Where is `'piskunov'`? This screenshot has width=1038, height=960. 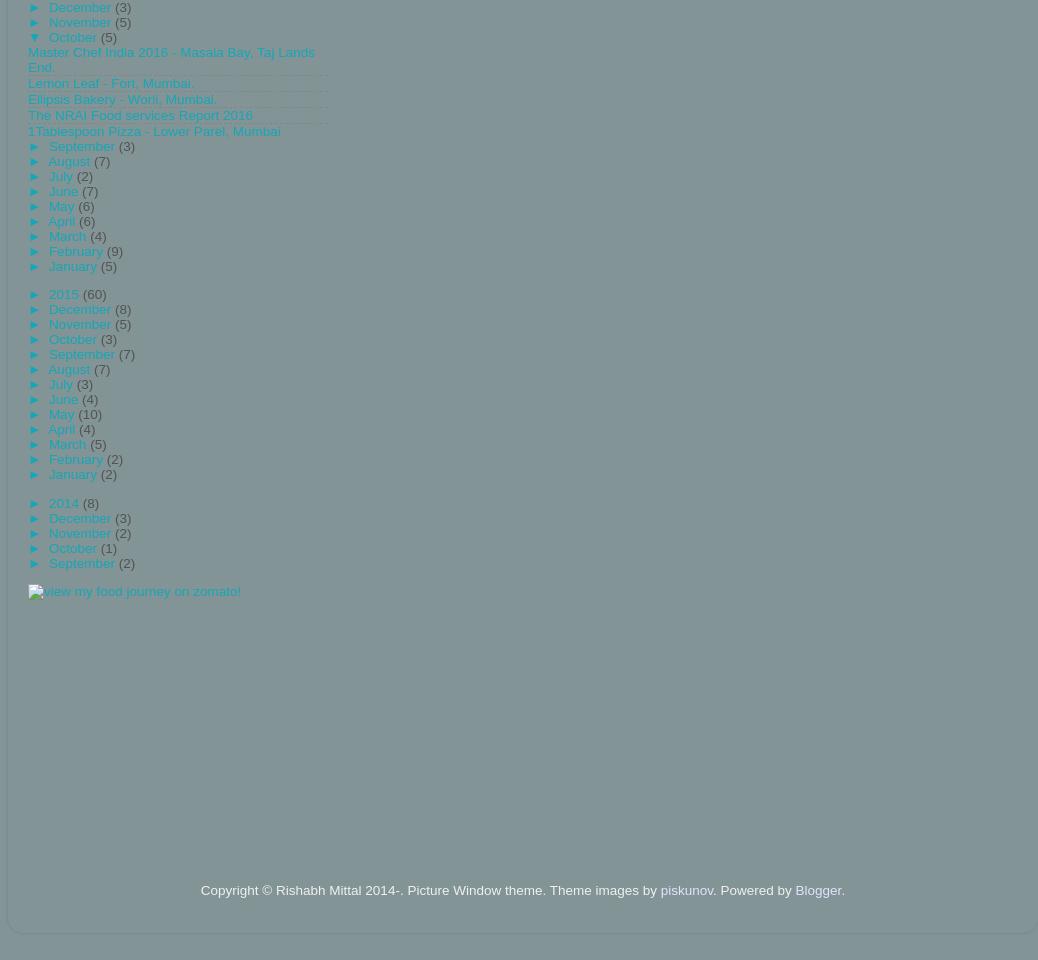 'piskunov' is located at coordinates (685, 889).